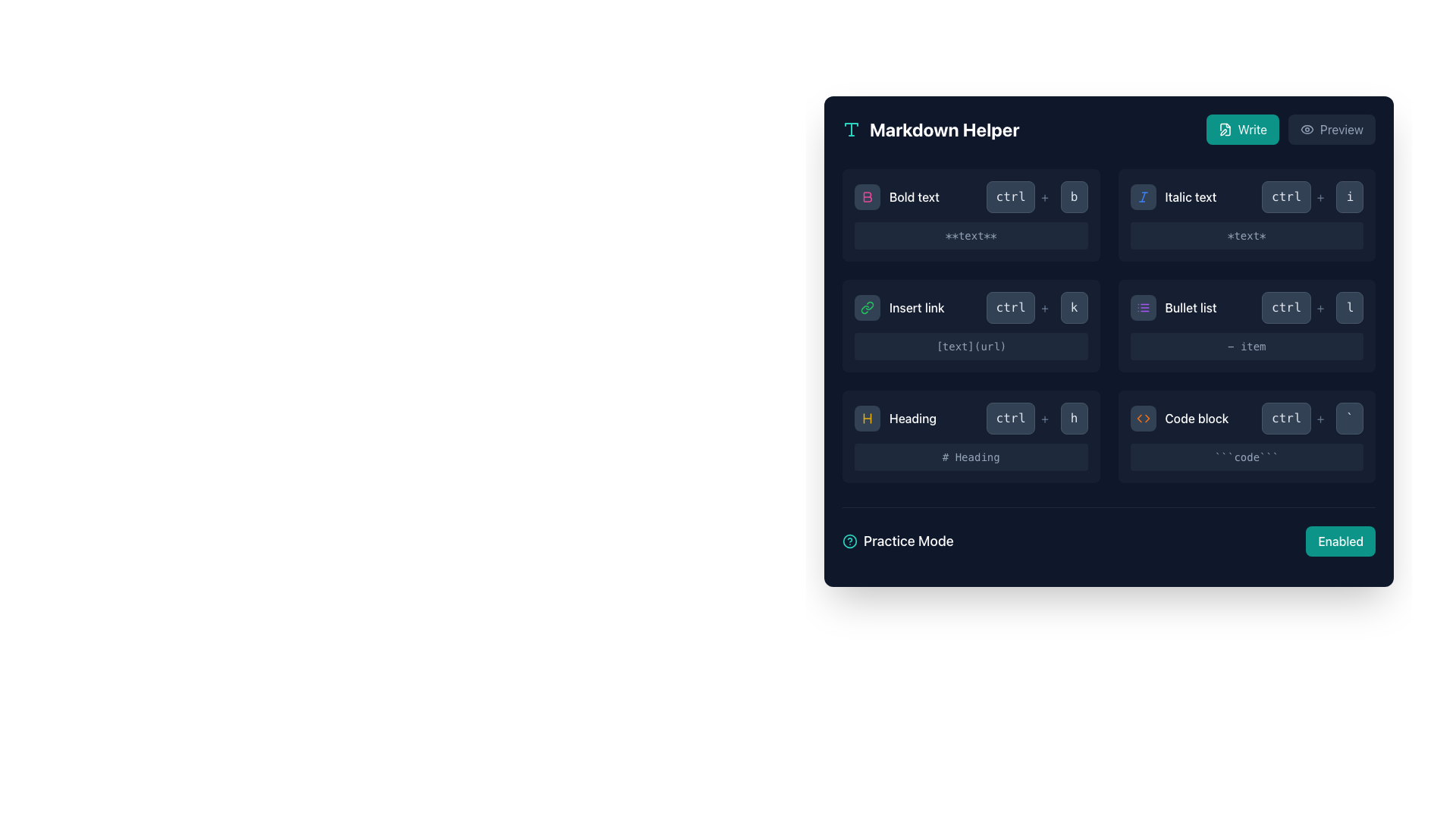 This screenshot has height=819, width=1456. Describe the element at coordinates (1172, 307) in the screenshot. I see `the button in the second row, third column of the 'Markdown Helper' UI to insert a bullet list into the text editor` at that location.